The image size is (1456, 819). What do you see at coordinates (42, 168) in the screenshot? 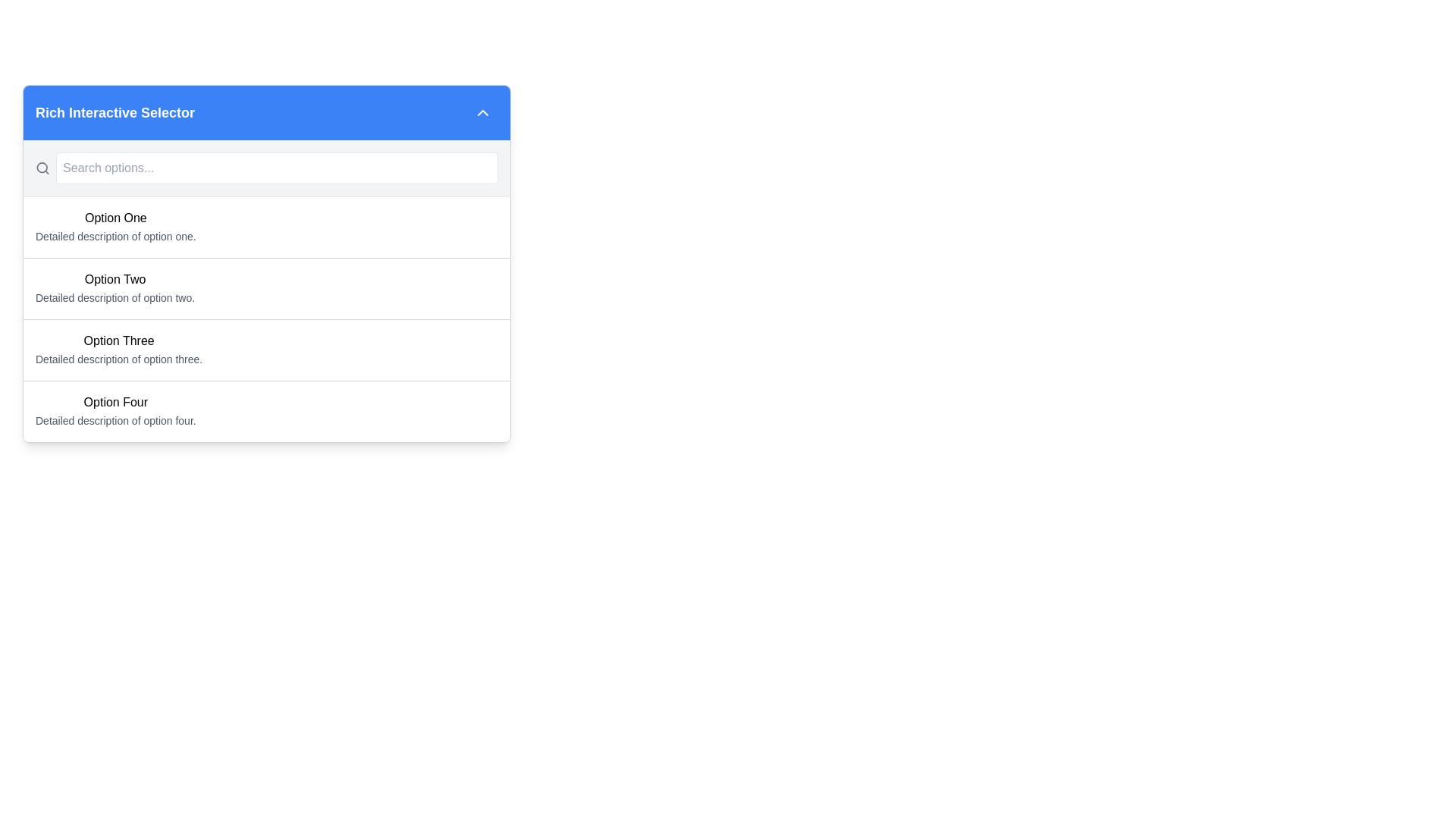
I see `the decorative circle SVG element that indicates the search function, located at the top-left corner of the interactive selector panel` at bounding box center [42, 168].